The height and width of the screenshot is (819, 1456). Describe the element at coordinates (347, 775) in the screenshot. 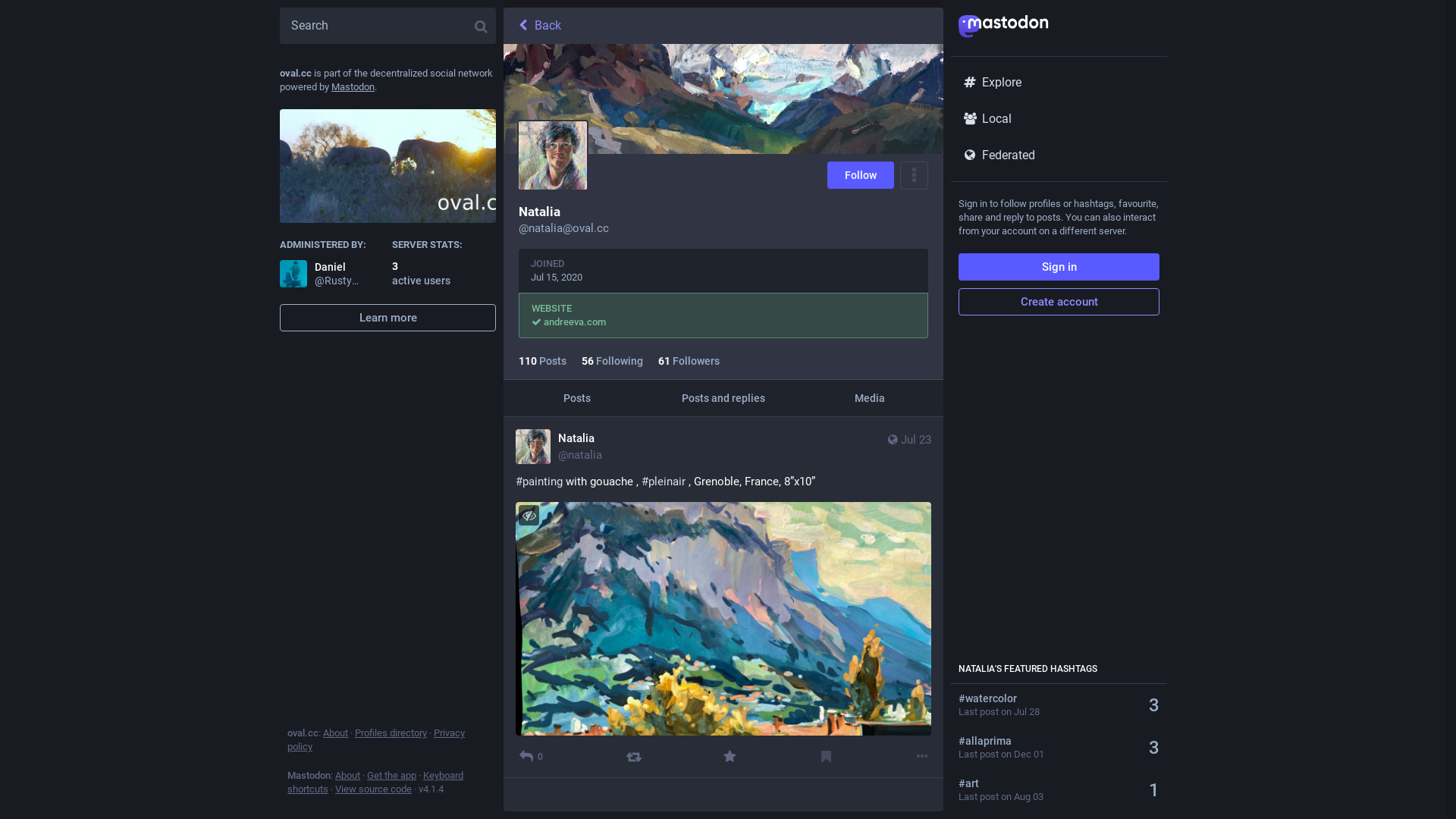

I see `'About'` at that location.